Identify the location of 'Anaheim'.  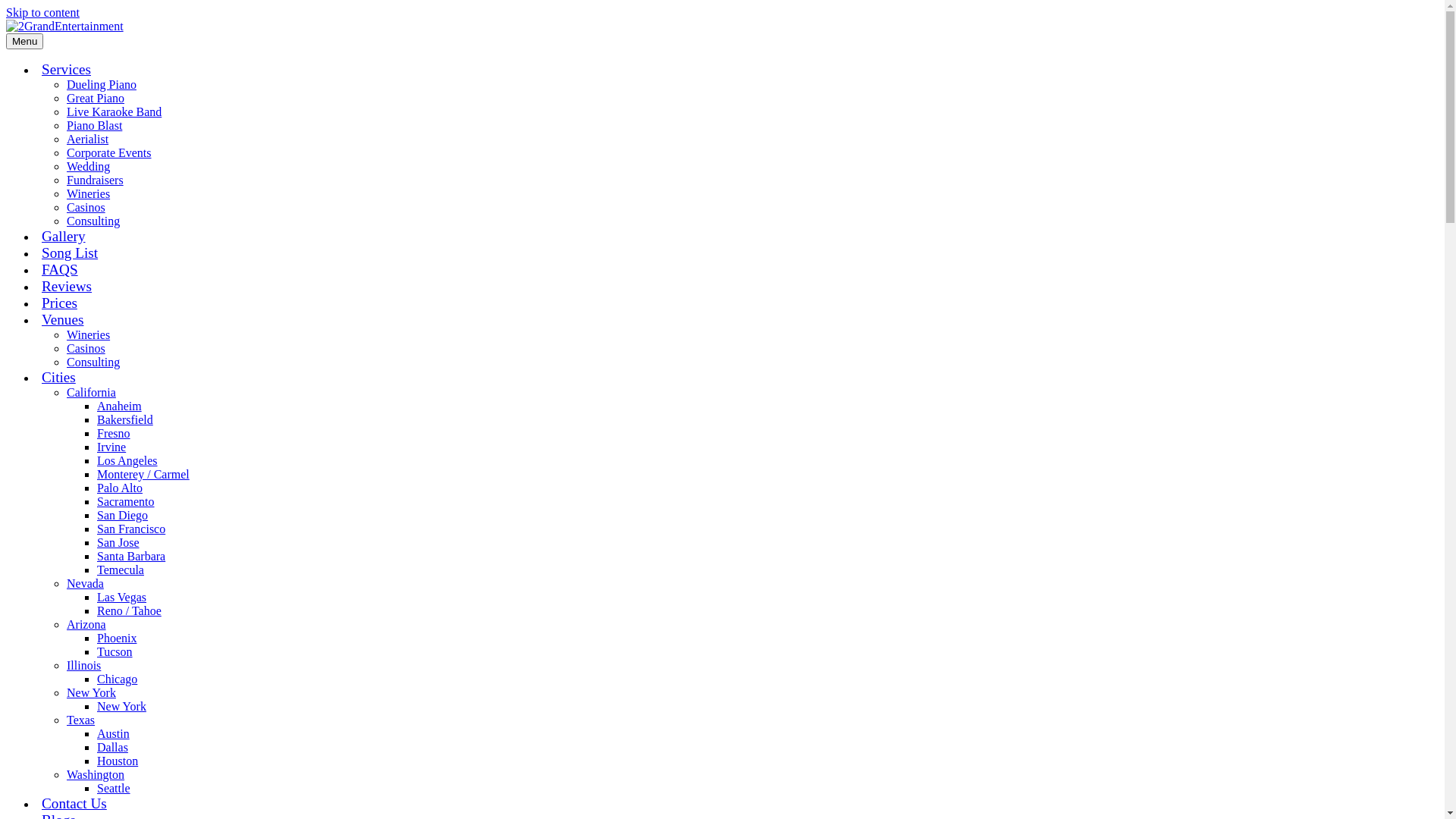
(118, 405).